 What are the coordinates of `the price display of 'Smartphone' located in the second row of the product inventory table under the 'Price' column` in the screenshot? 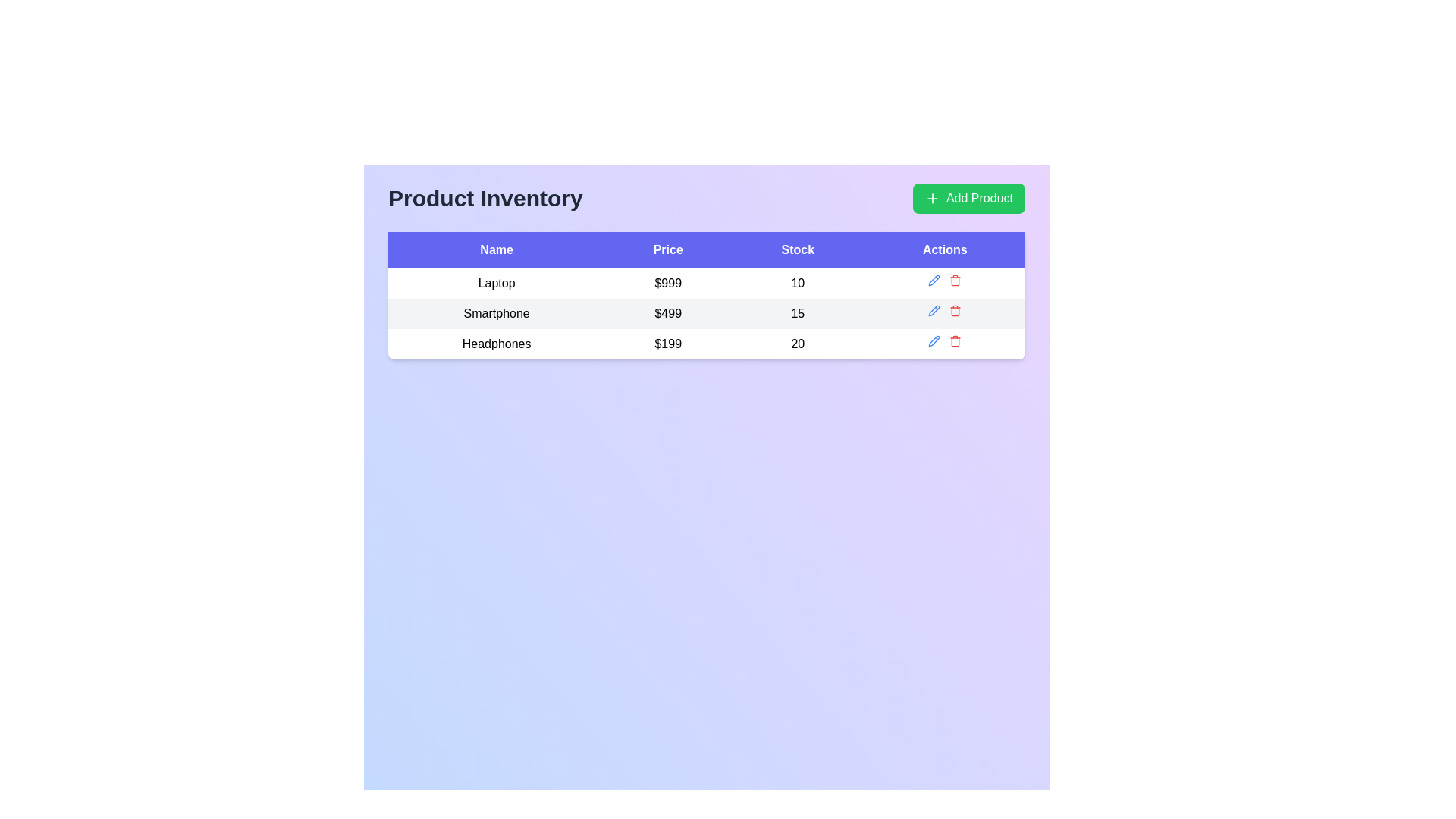 It's located at (667, 312).